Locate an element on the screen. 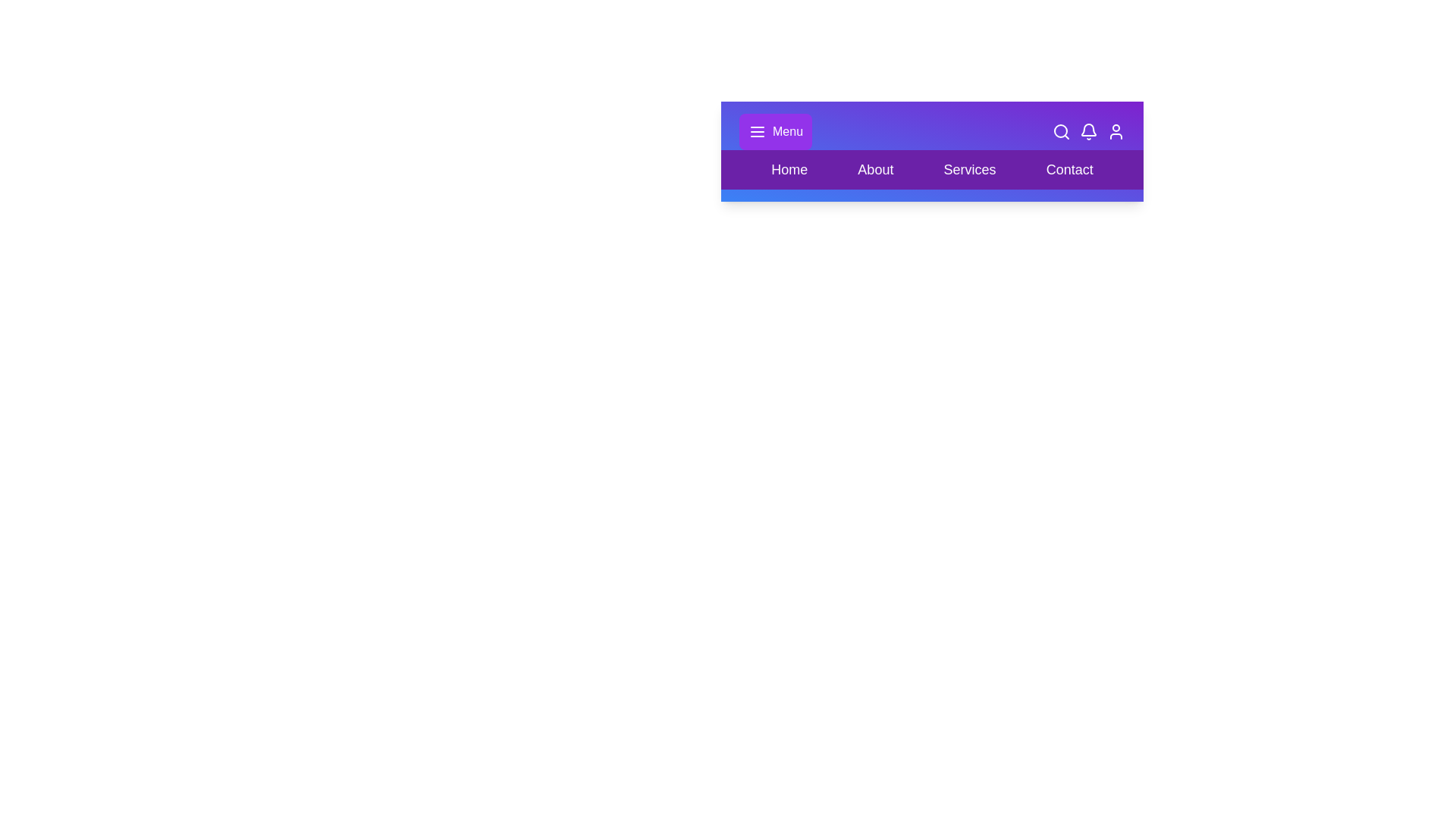  the element Contact to highlight it is located at coordinates (1068, 169).